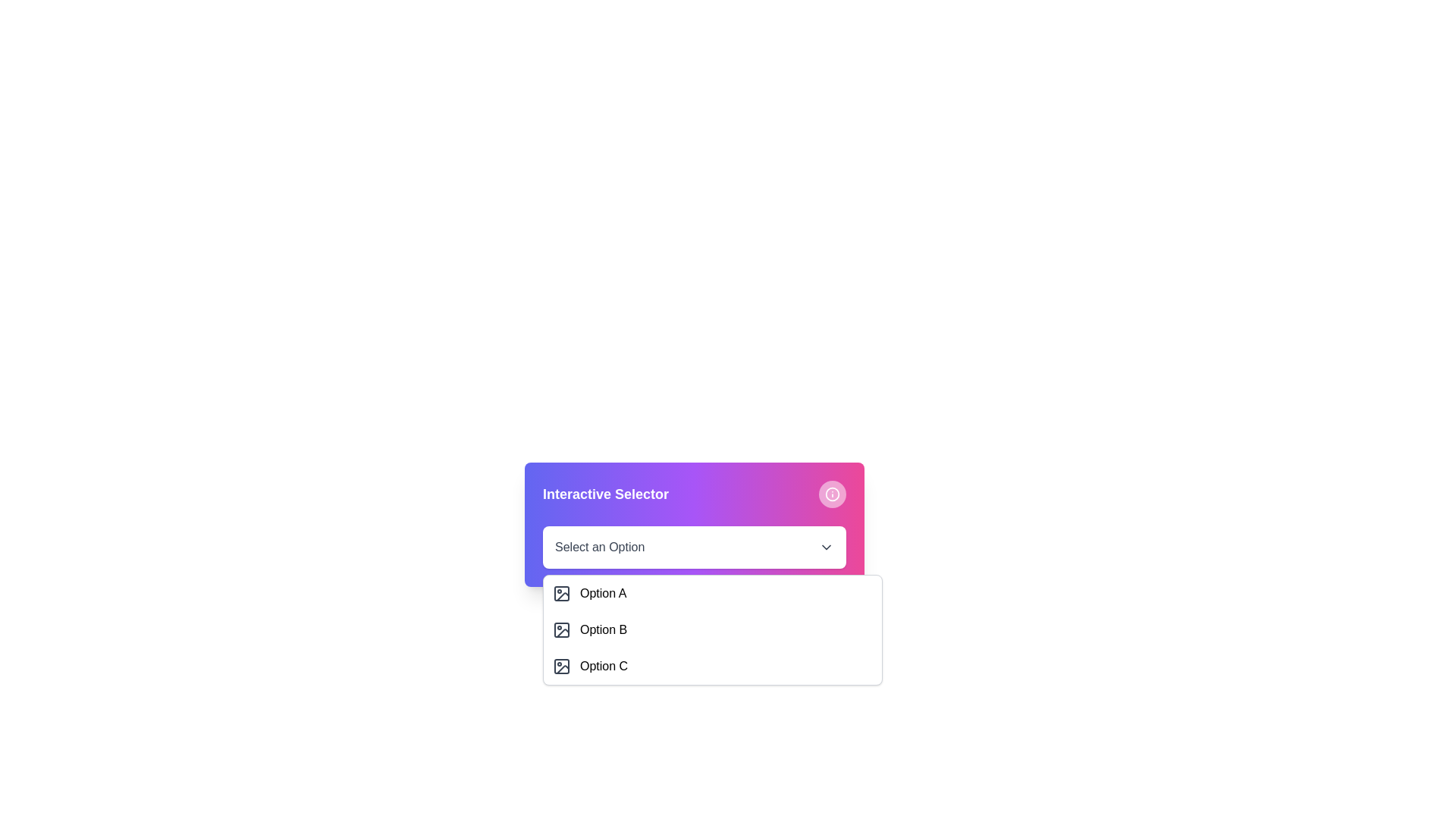  What do you see at coordinates (560, 629) in the screenshot?
I see `the SVG icon associated with the 'Option B' label in the dropdown menu` at bounding box center [560, 629].